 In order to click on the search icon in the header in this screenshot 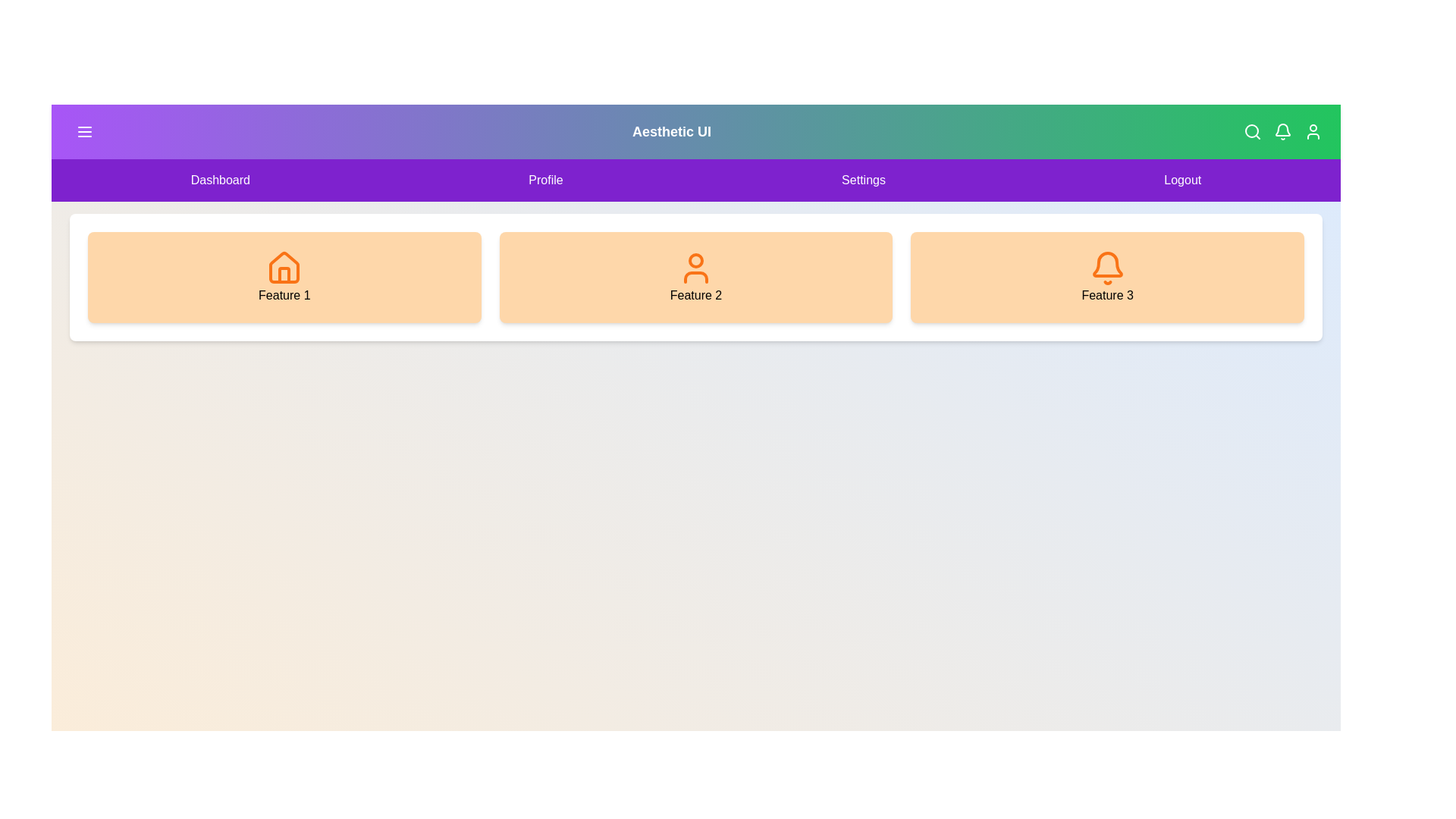, I will do `click(1252, 130)`.